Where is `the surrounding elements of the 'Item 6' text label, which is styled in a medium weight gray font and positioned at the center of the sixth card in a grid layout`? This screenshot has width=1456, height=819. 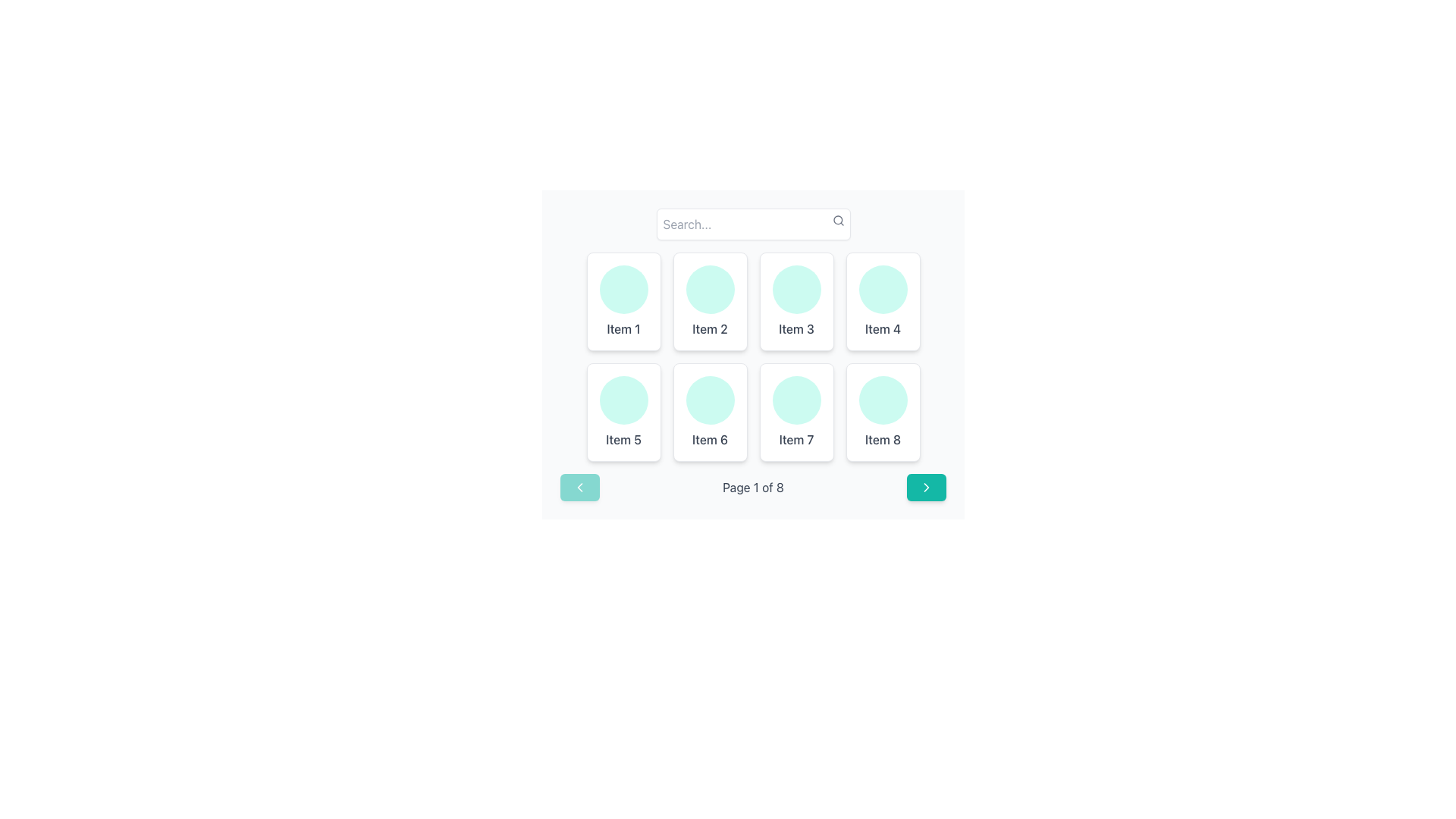 the surrounding elements of the 'Item 6' text label, which is styled in a medium weight gray font and positioned at the center of the sixth card in a grid layout is located at coordinates (709, 439).